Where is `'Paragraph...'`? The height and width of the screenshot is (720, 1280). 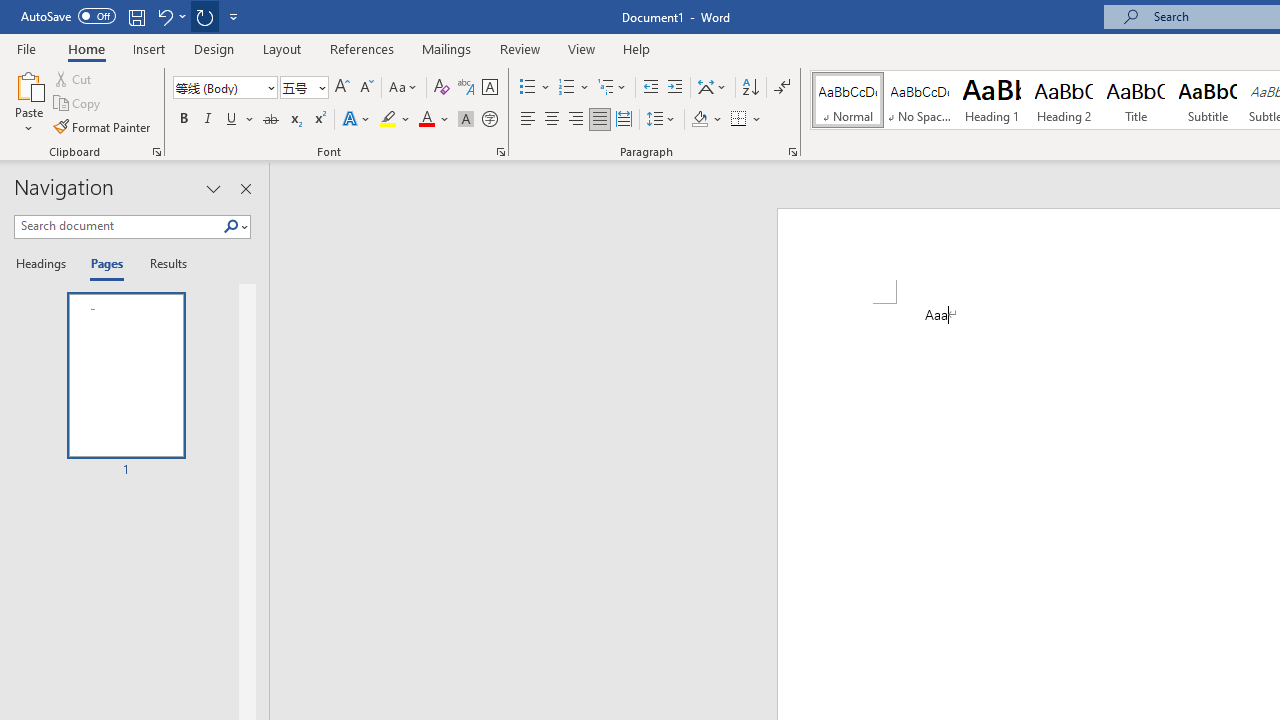 'Paragraph...' is located at coordinates (791, 150).